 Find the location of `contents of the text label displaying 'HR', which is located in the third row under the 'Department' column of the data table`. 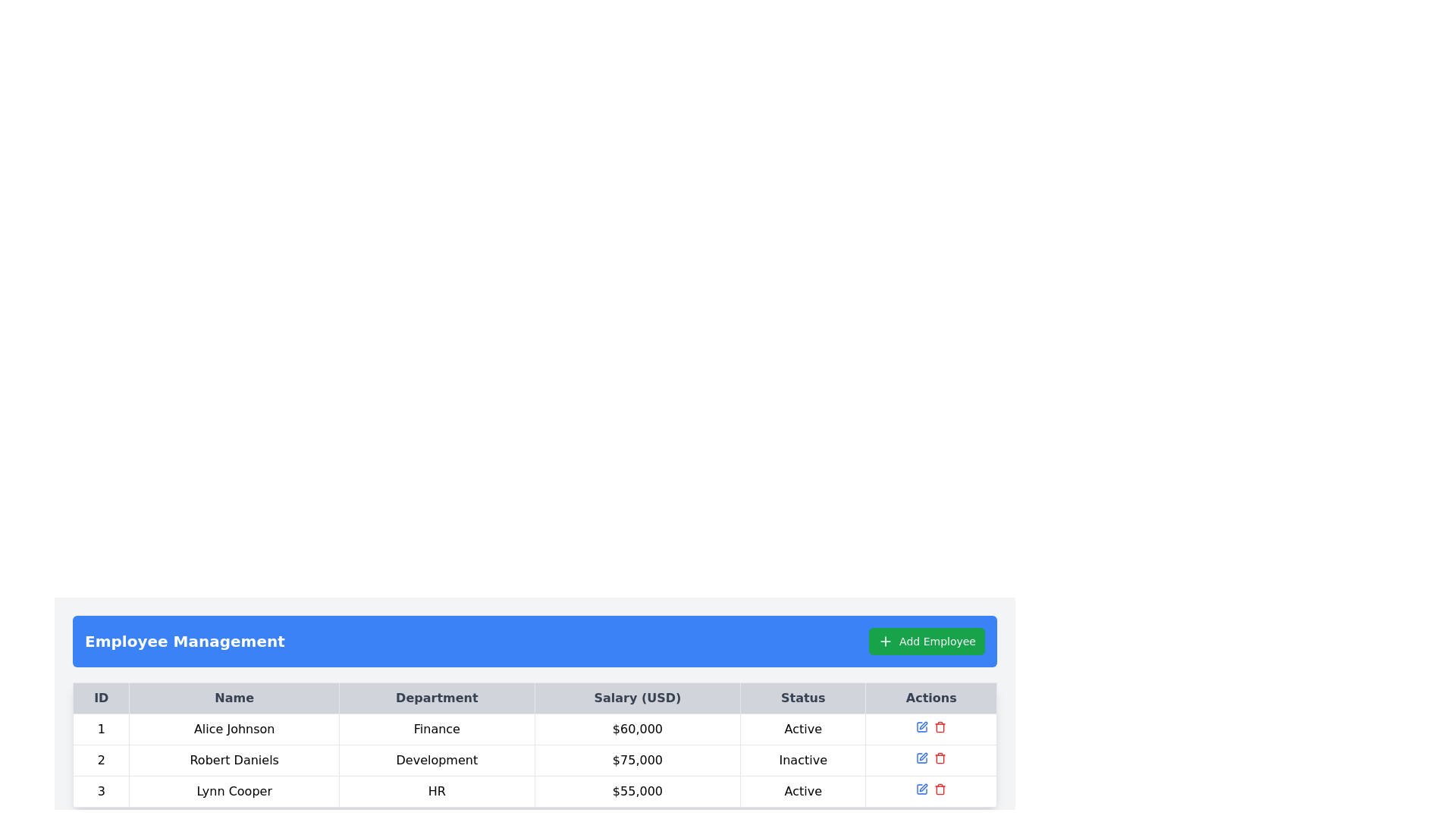

contents of the text label displaying 'HR', which is located in the third row under the 'Department' column of the data table is located at coordinates (436, 791).